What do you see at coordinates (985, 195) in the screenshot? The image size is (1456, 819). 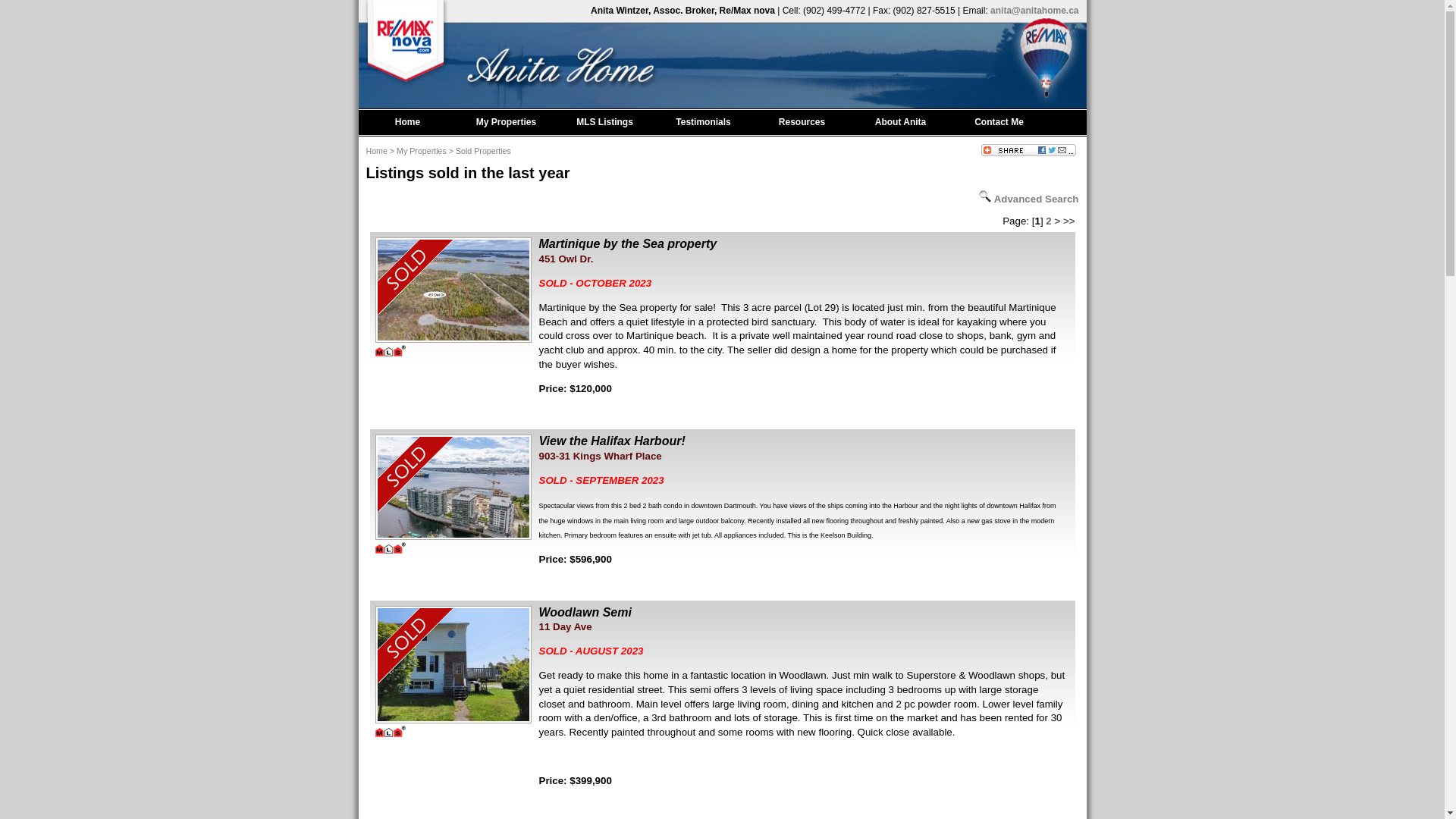 I see `'Search for listings'` at bounding box center [985, 195].